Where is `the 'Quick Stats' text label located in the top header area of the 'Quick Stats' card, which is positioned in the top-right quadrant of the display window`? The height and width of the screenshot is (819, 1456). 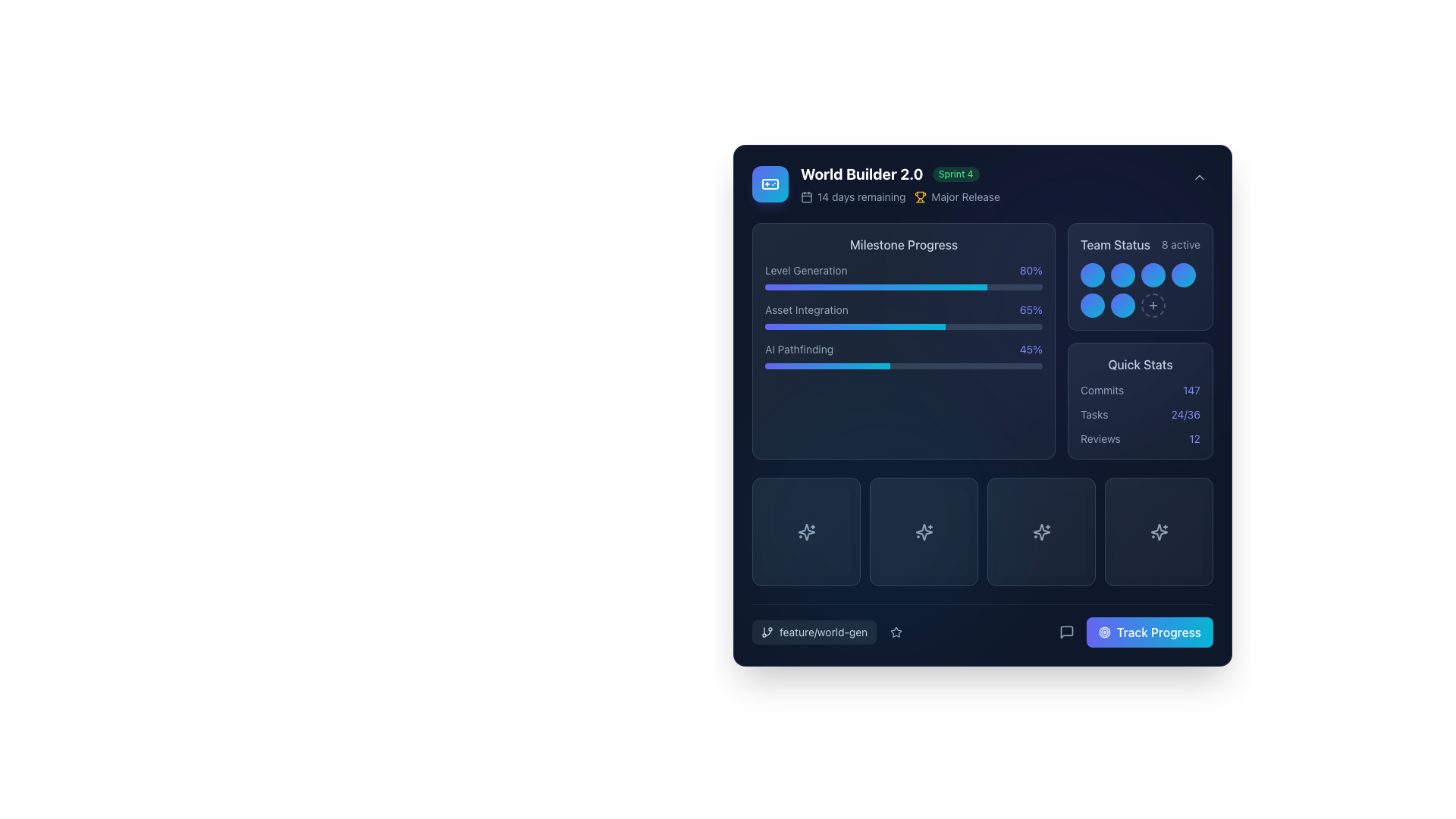 the 'Quick Stats' text label located in the top header area of the 'Quick Stats' card, which is positioned in the top-right quadrant of the display window is located at coordinates (1140, 365).